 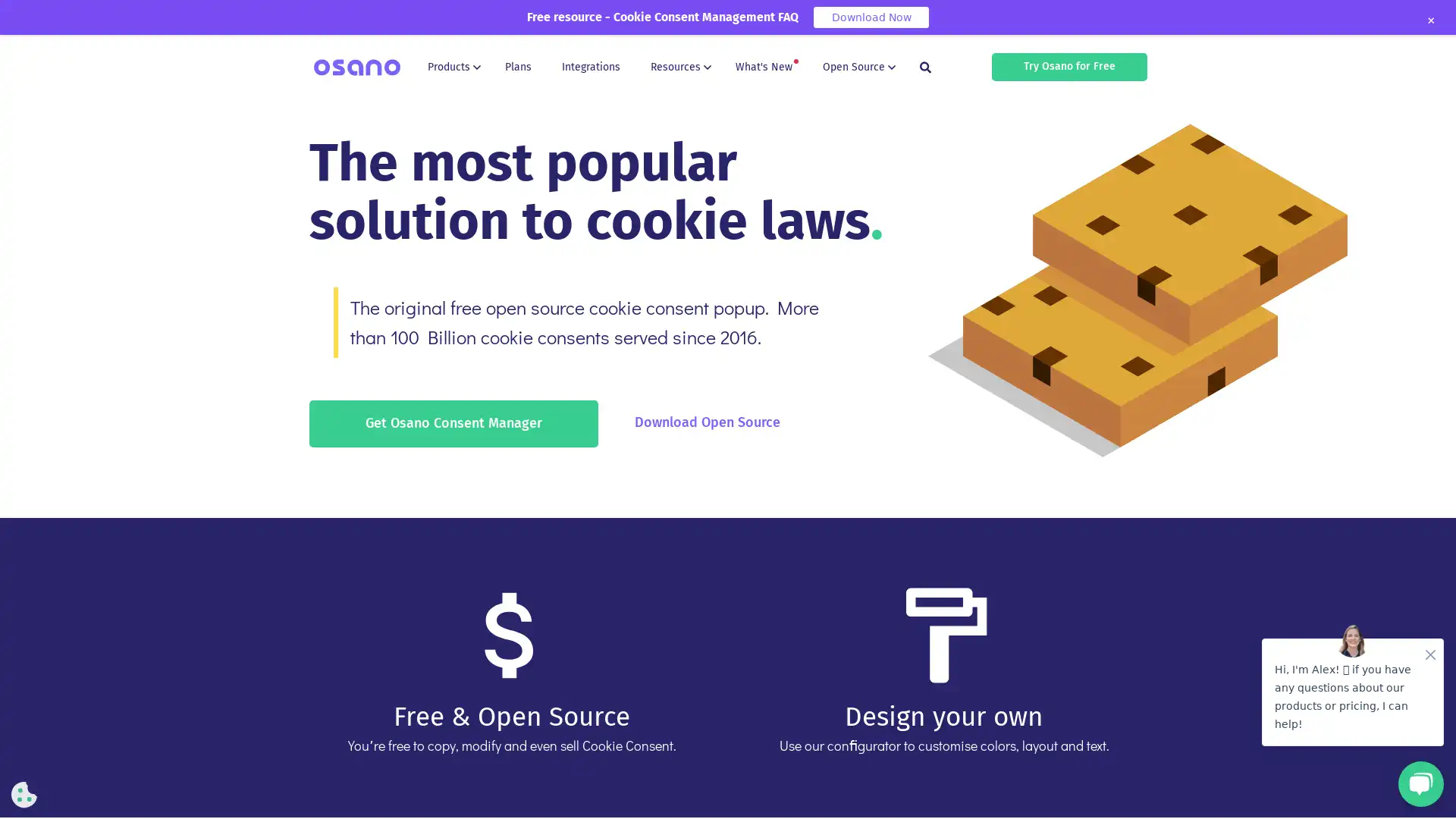 I want to click on Close, so click(x=1429, y=20).